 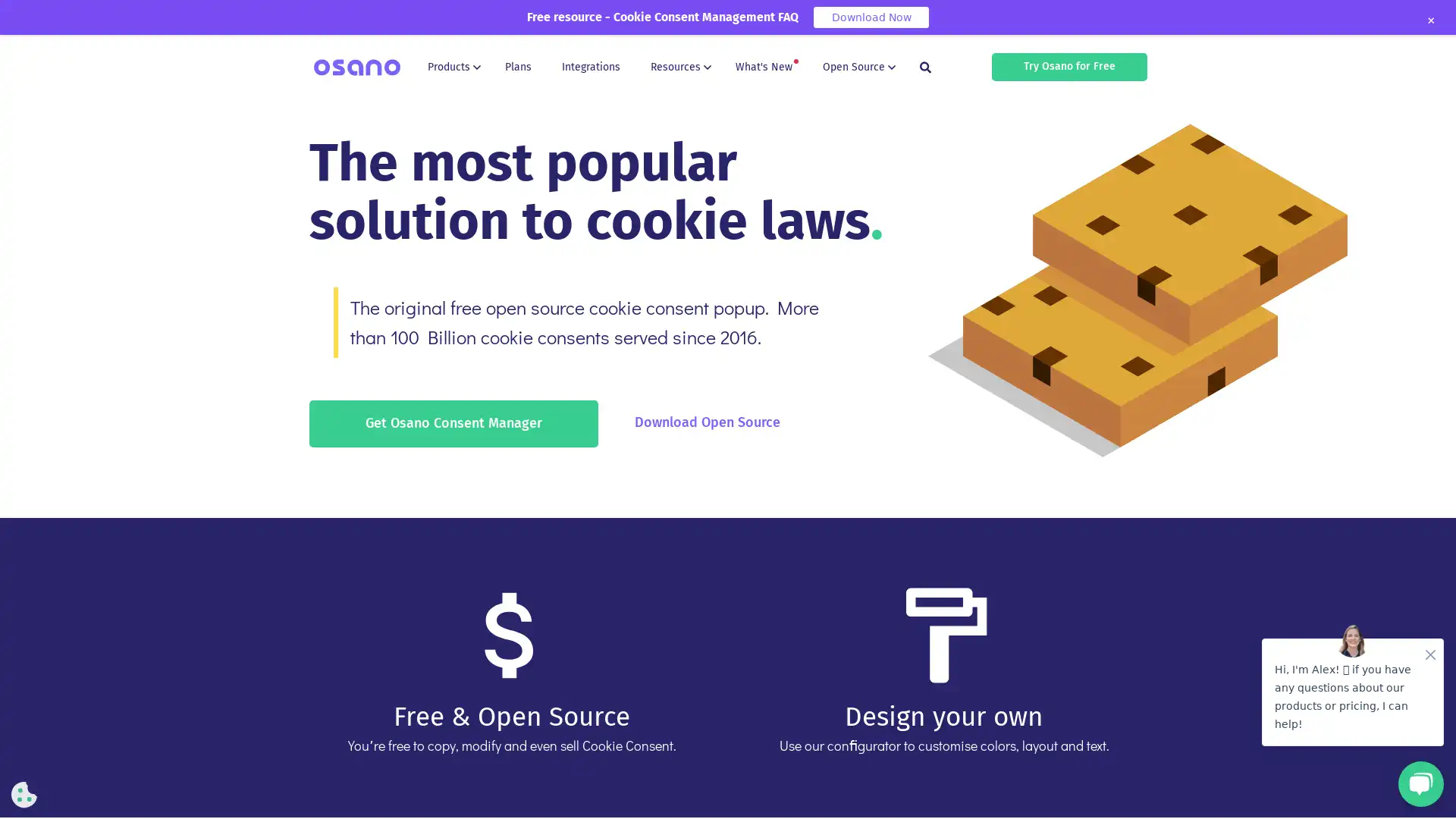 I want to click on Close, so click(x=1429, y=20).